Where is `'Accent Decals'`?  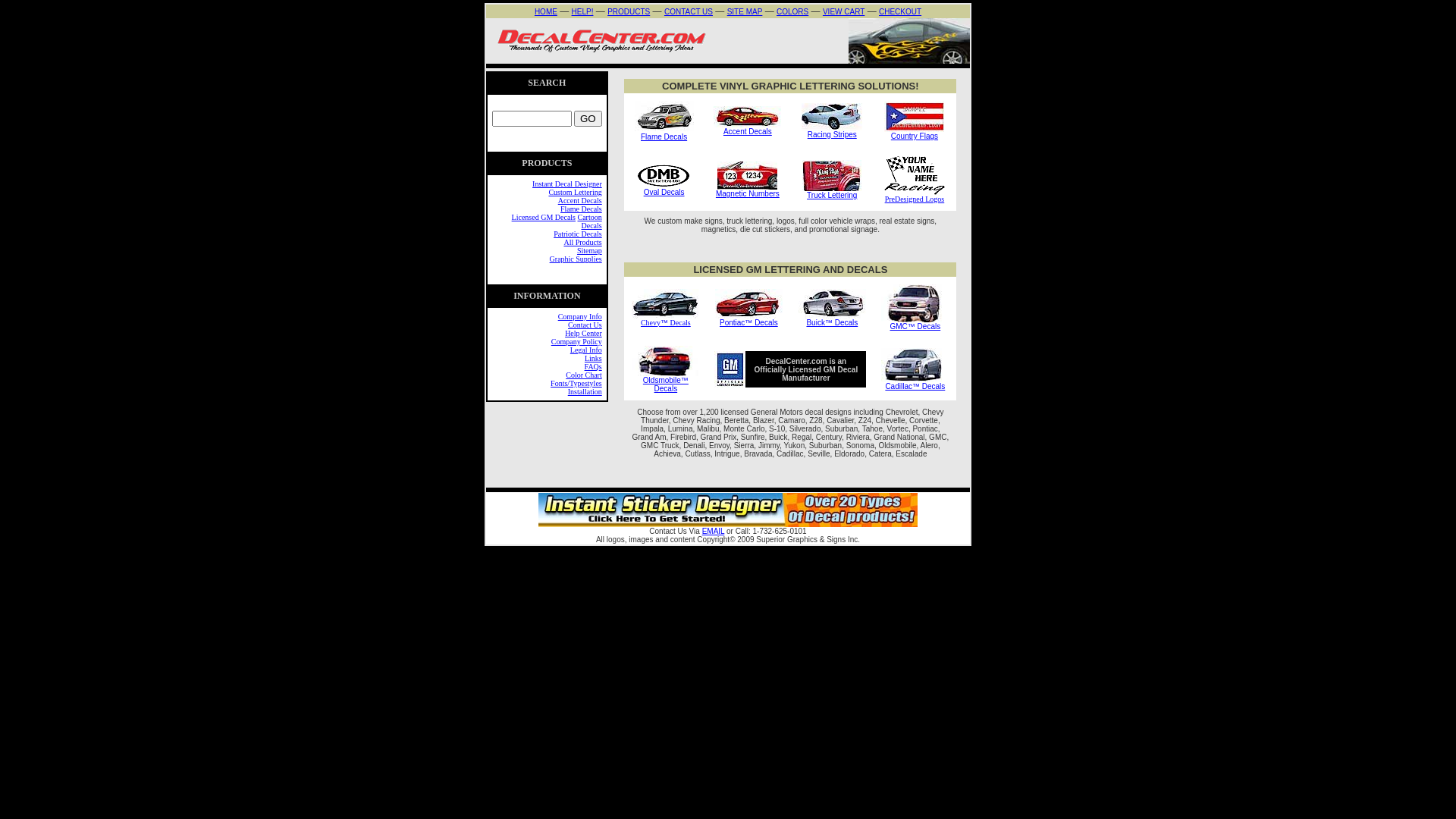 'Accent Decals' is located at coordinates (723, 130).